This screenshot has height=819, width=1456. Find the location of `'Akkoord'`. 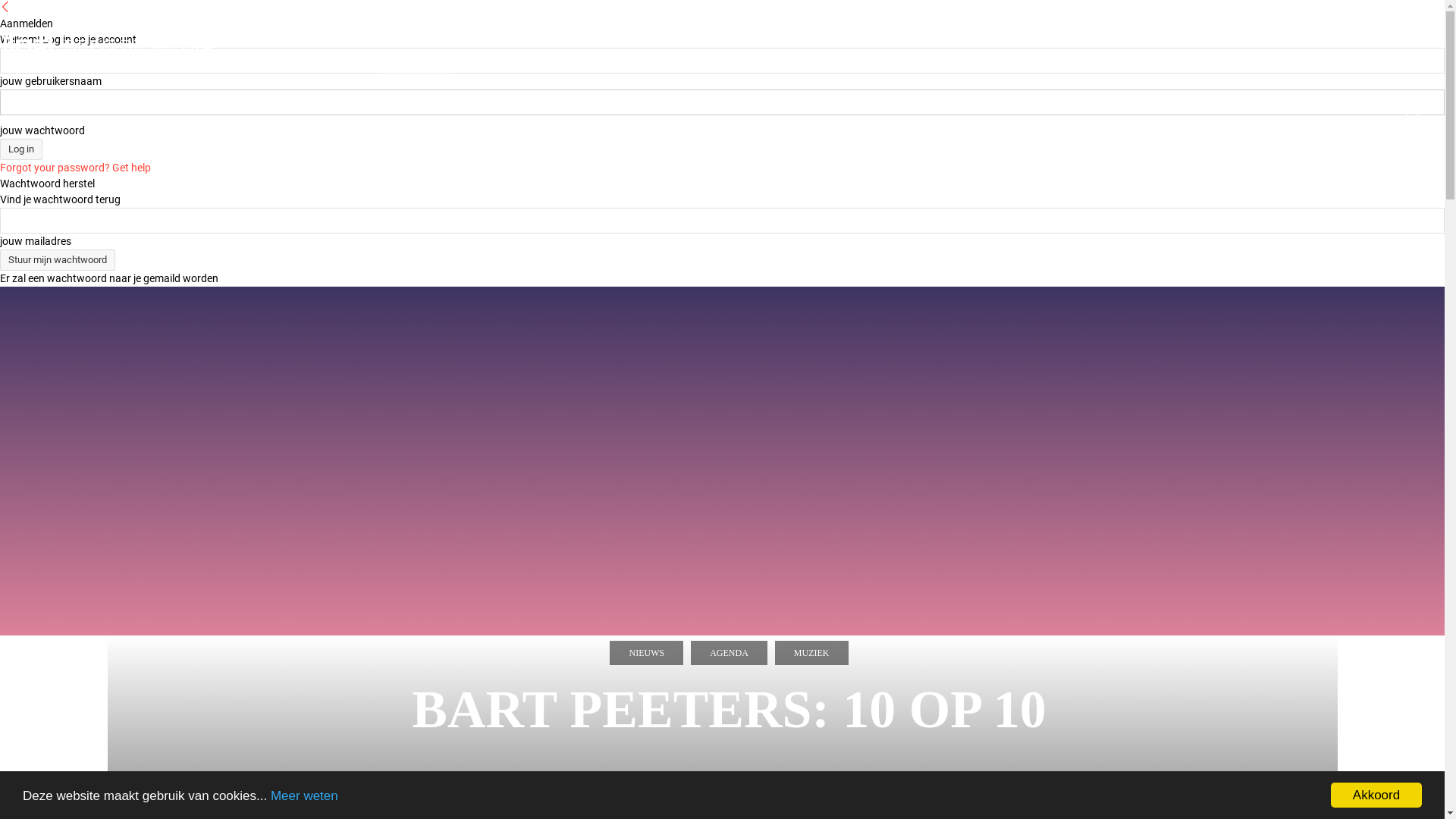

'Akkoord' is located at coordinates (1330, 794).